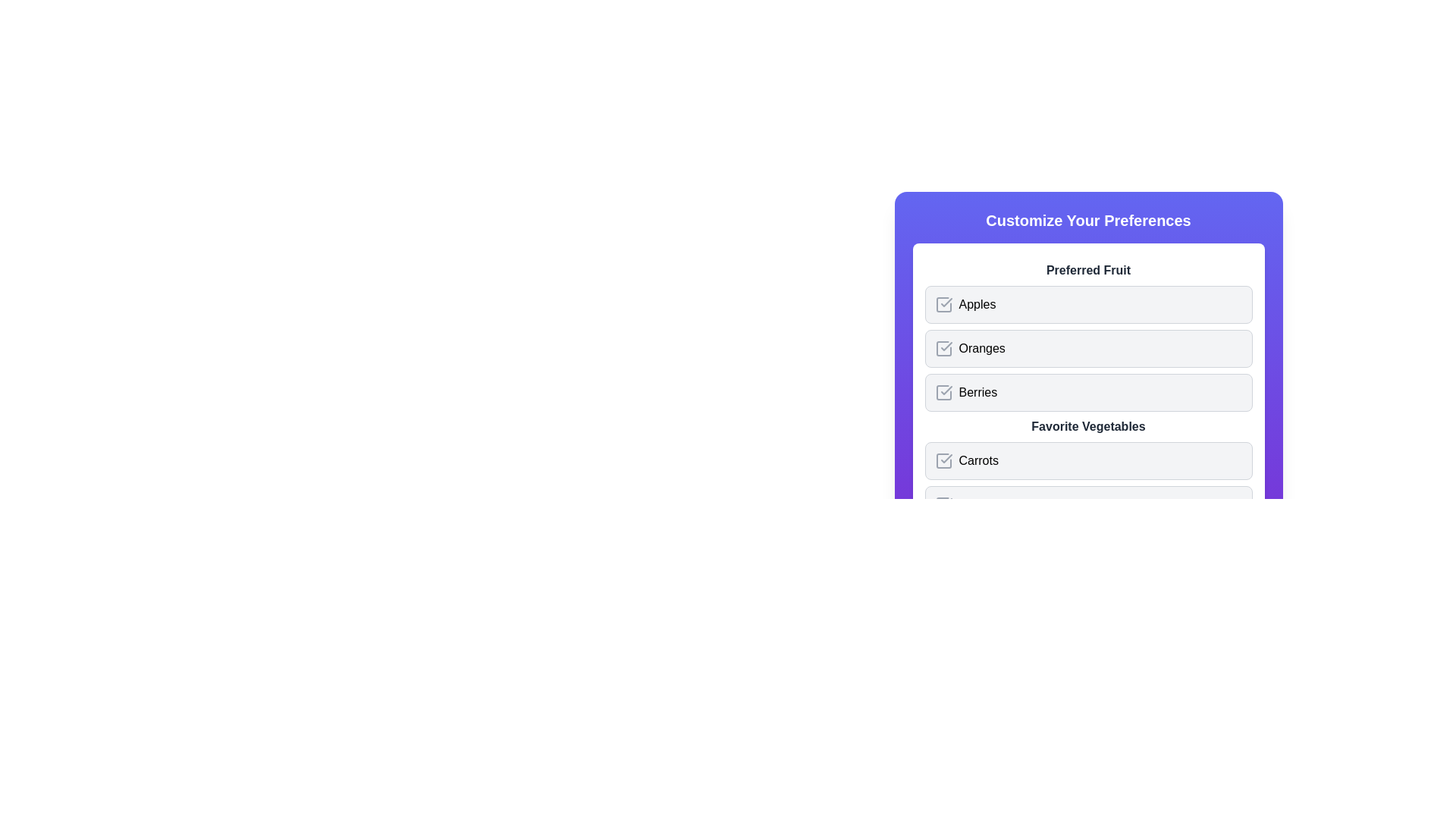 This screenshot has width=1456, height=819. Describe the element at coordinates (1087, 335) in the screenshot. I see `the 'Oranges' checkbox list item in the 'Preferred Fruit' section of the 'Customize Your Preferences' card` at that location.